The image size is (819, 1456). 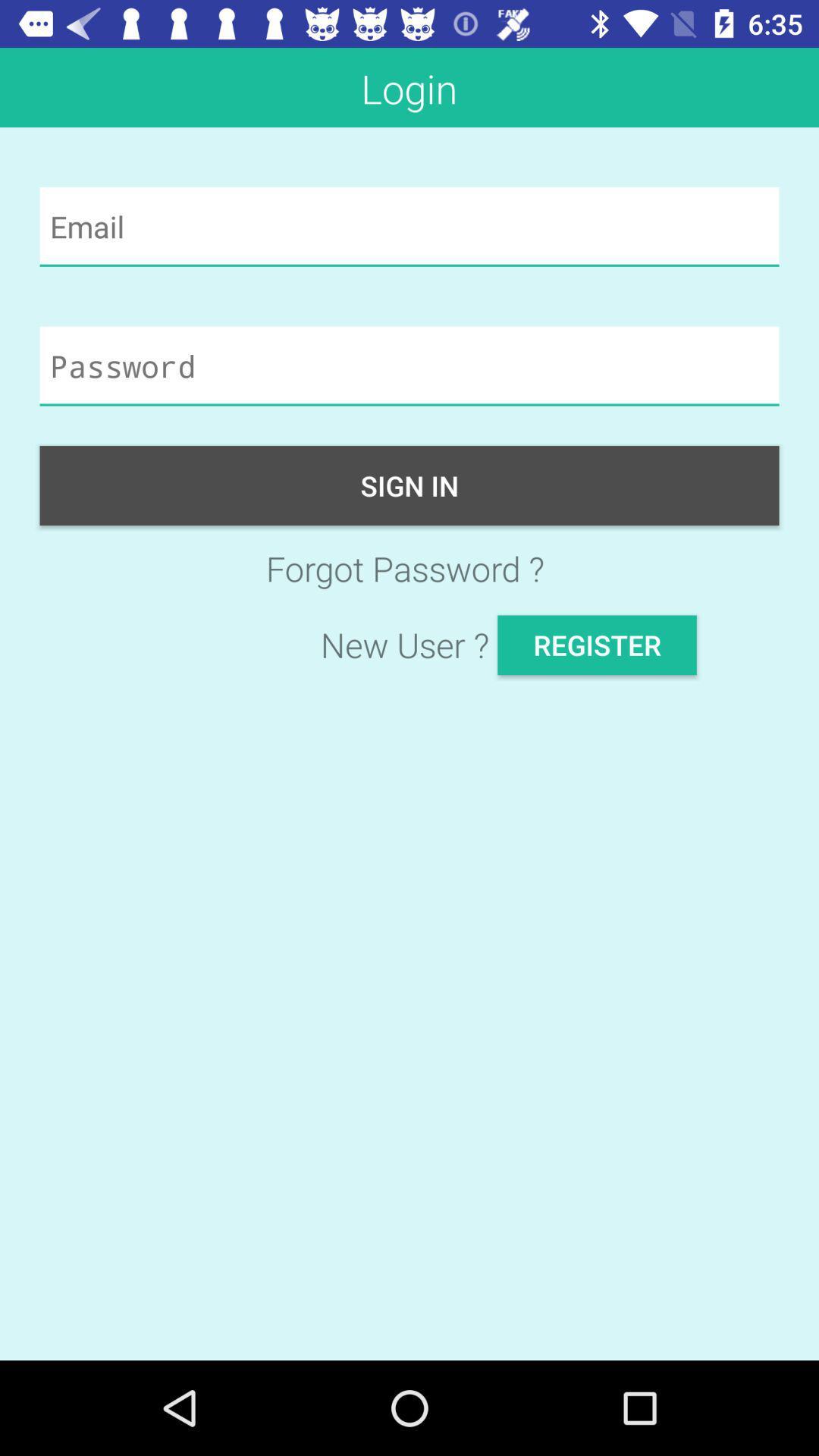 I want to click on icon on the right, so click(x=596, y=645).